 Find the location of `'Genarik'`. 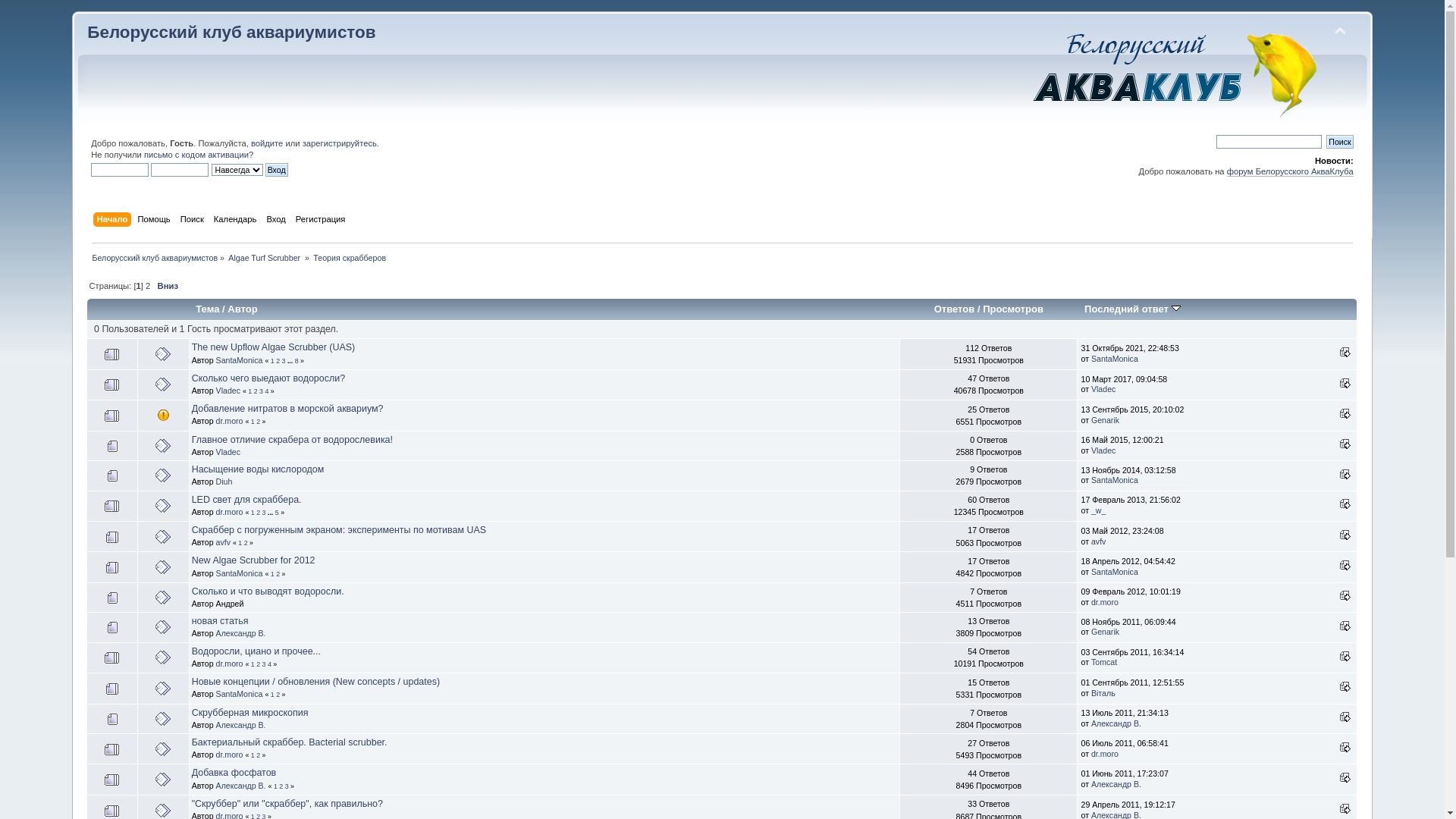

'Genarik' is located at coordinates (1105, 632).